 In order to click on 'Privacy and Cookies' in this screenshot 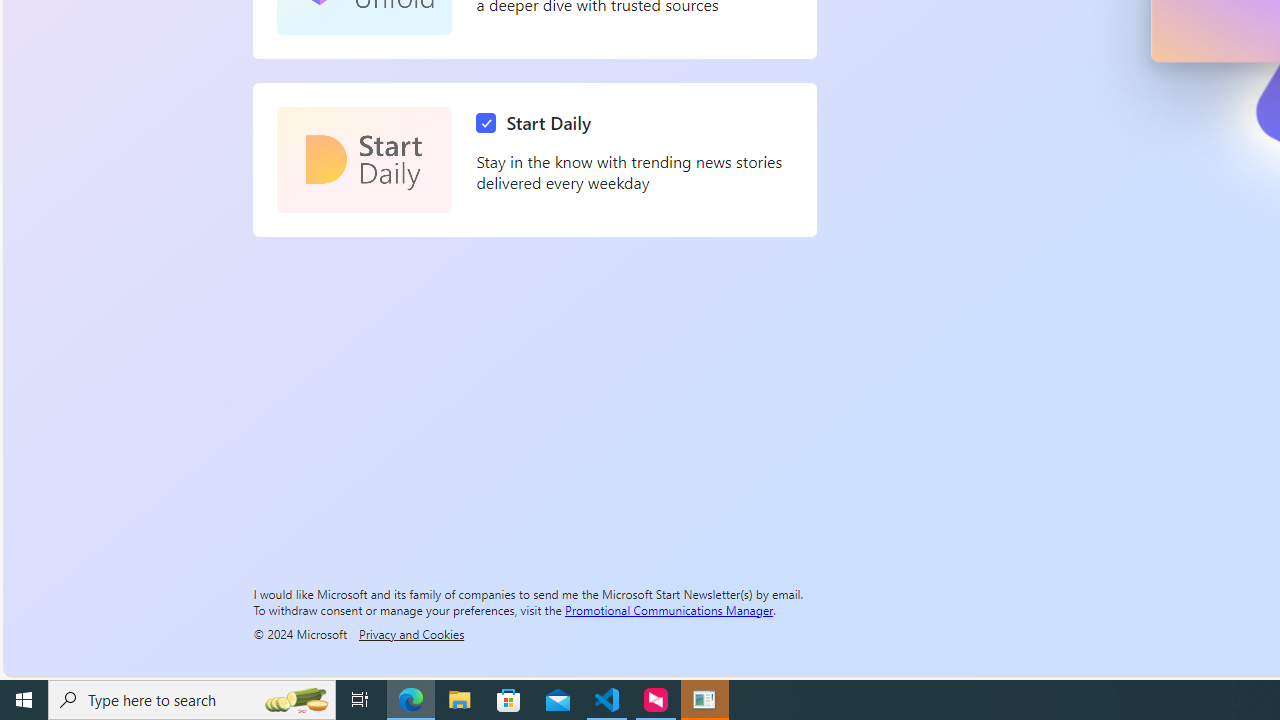, I will do `click(410, 633)`.